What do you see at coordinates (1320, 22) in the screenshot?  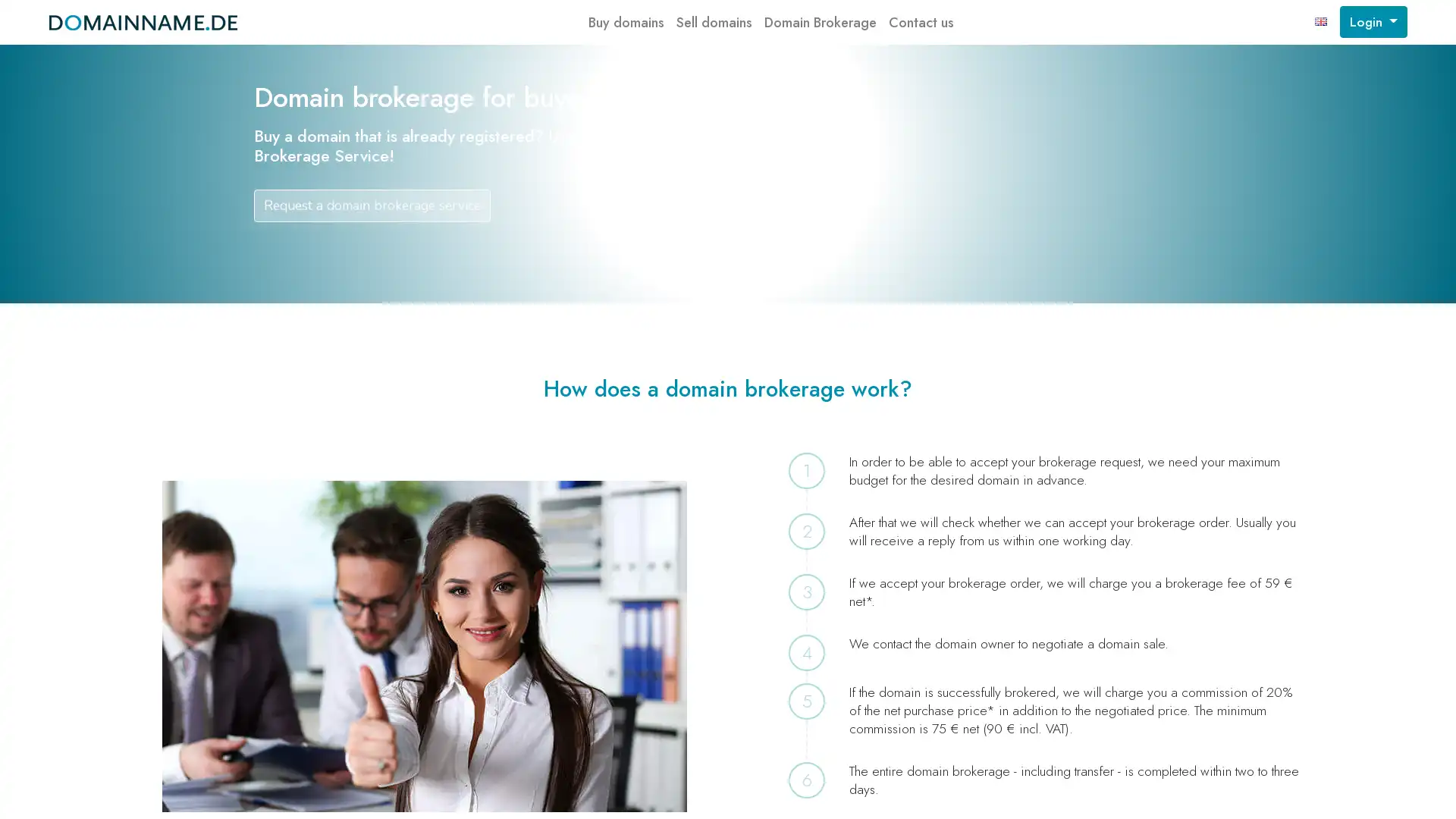 I see `english` at bounding box center [1320, 22].